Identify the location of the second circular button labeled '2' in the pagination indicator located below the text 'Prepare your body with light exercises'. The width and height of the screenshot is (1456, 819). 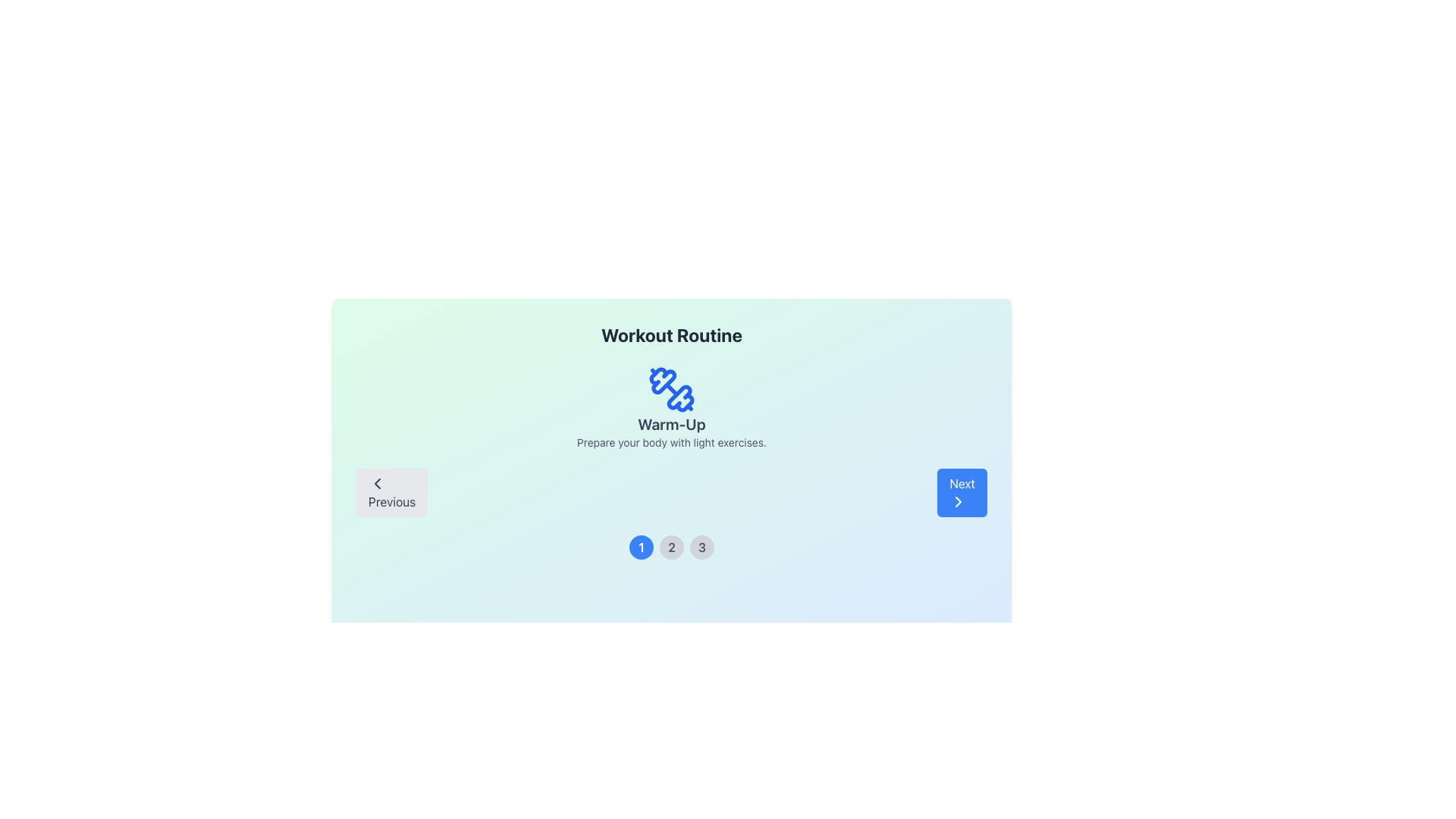
(671, 547).